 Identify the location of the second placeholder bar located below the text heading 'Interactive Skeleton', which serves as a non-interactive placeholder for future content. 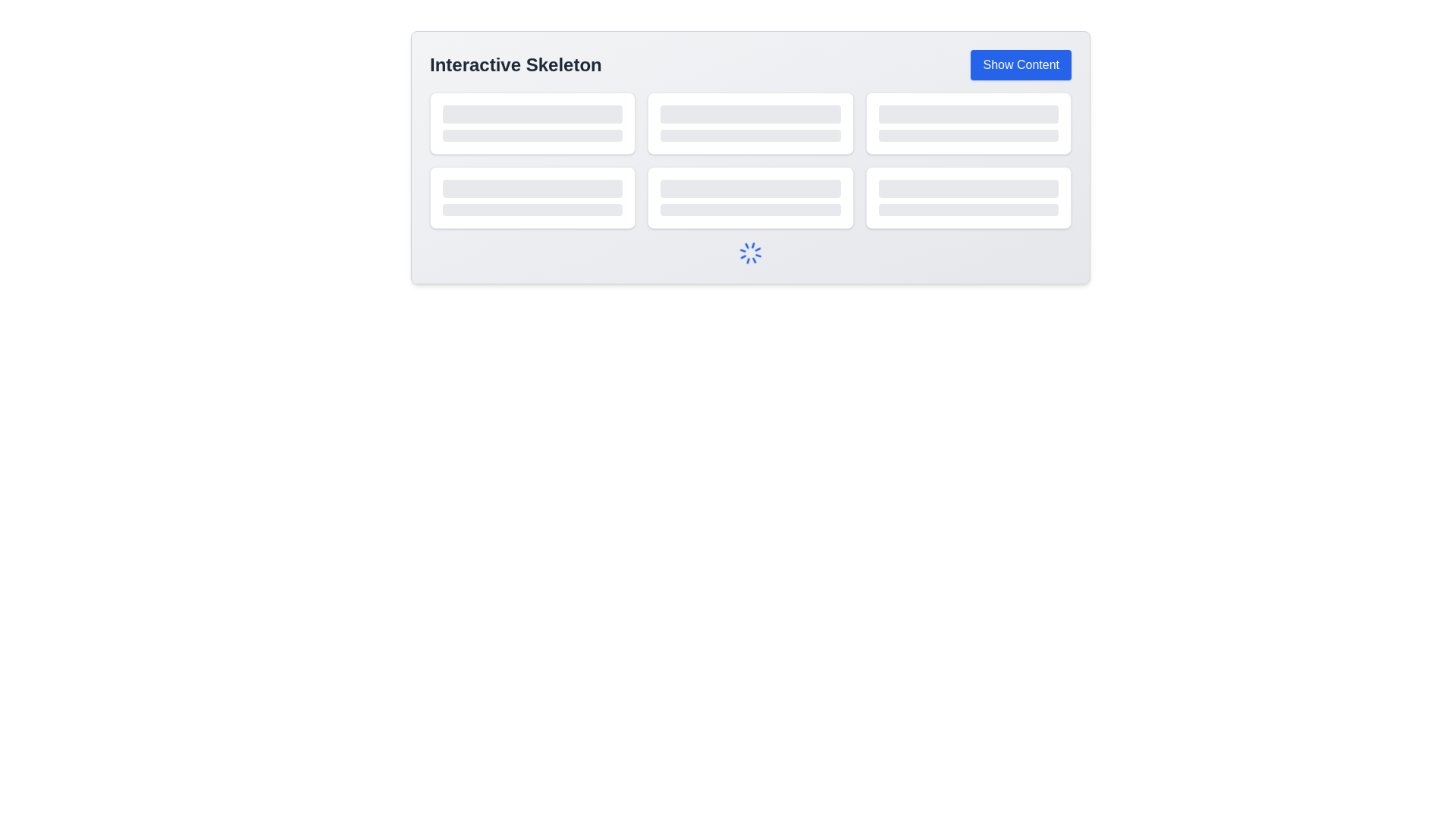
(532, 210).